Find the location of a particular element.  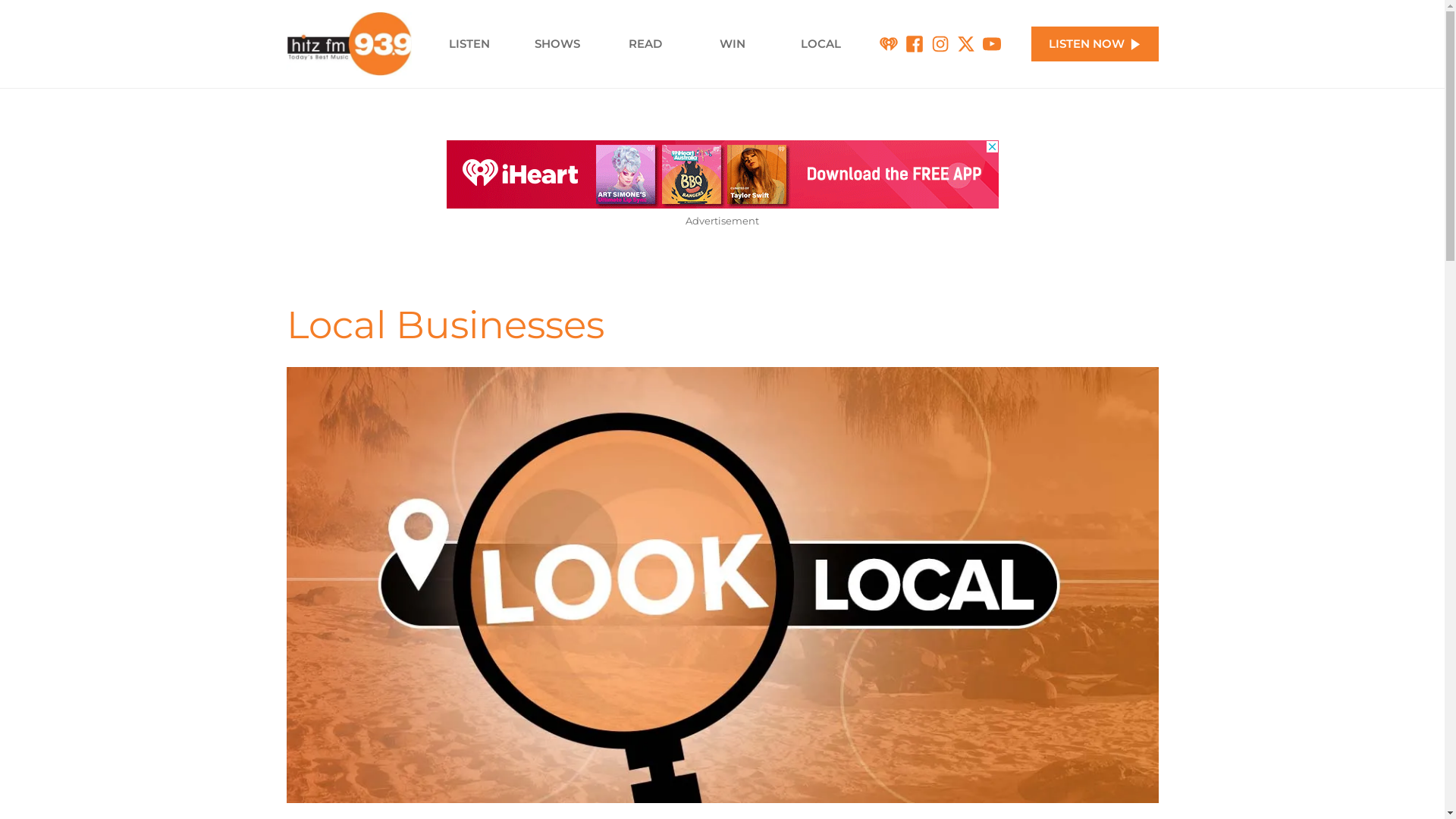

'LISTEN NOW' is located at coordinates (1095, 43).